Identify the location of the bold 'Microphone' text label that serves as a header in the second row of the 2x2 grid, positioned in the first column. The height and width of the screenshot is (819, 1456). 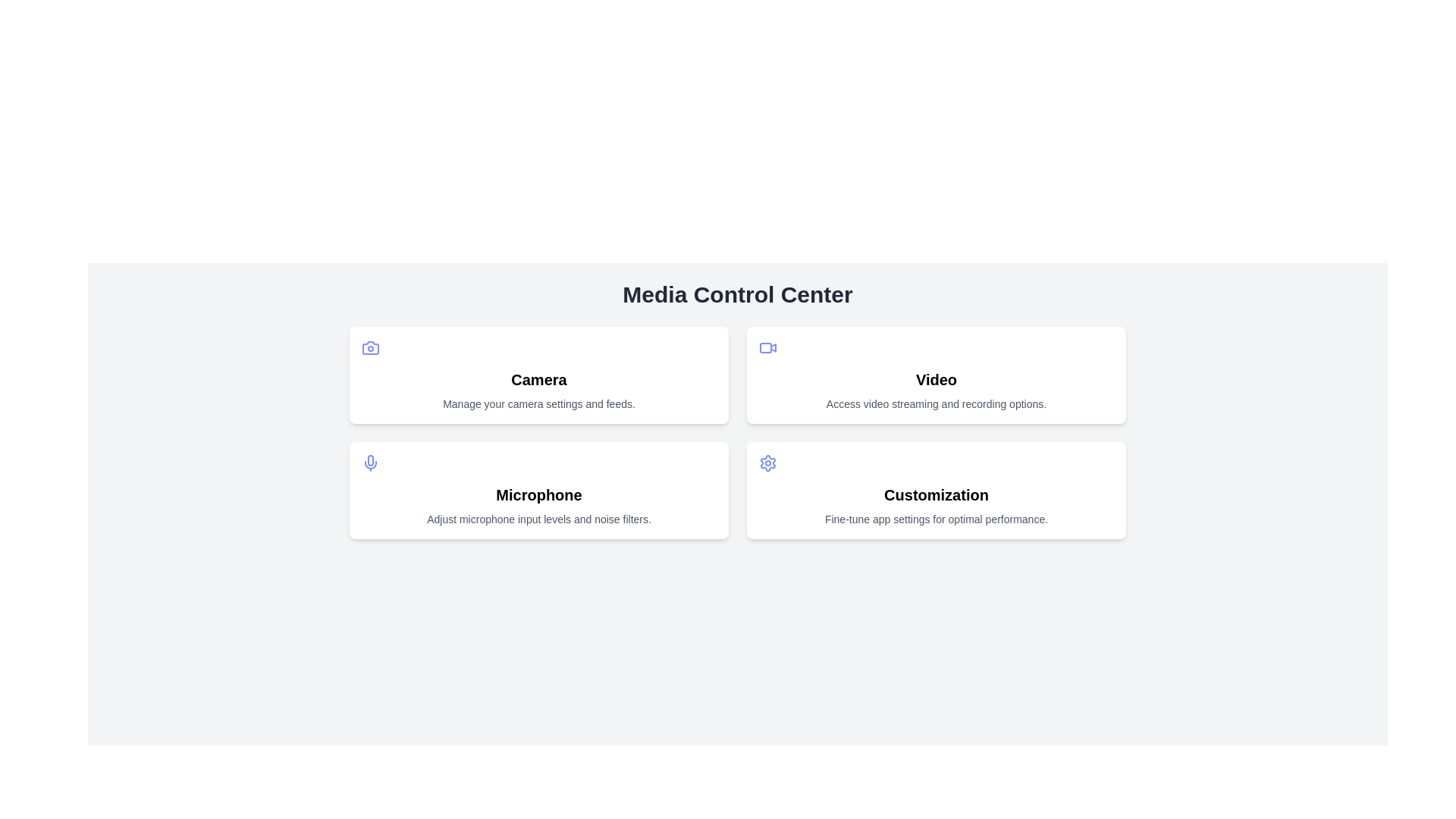
(538, 494).